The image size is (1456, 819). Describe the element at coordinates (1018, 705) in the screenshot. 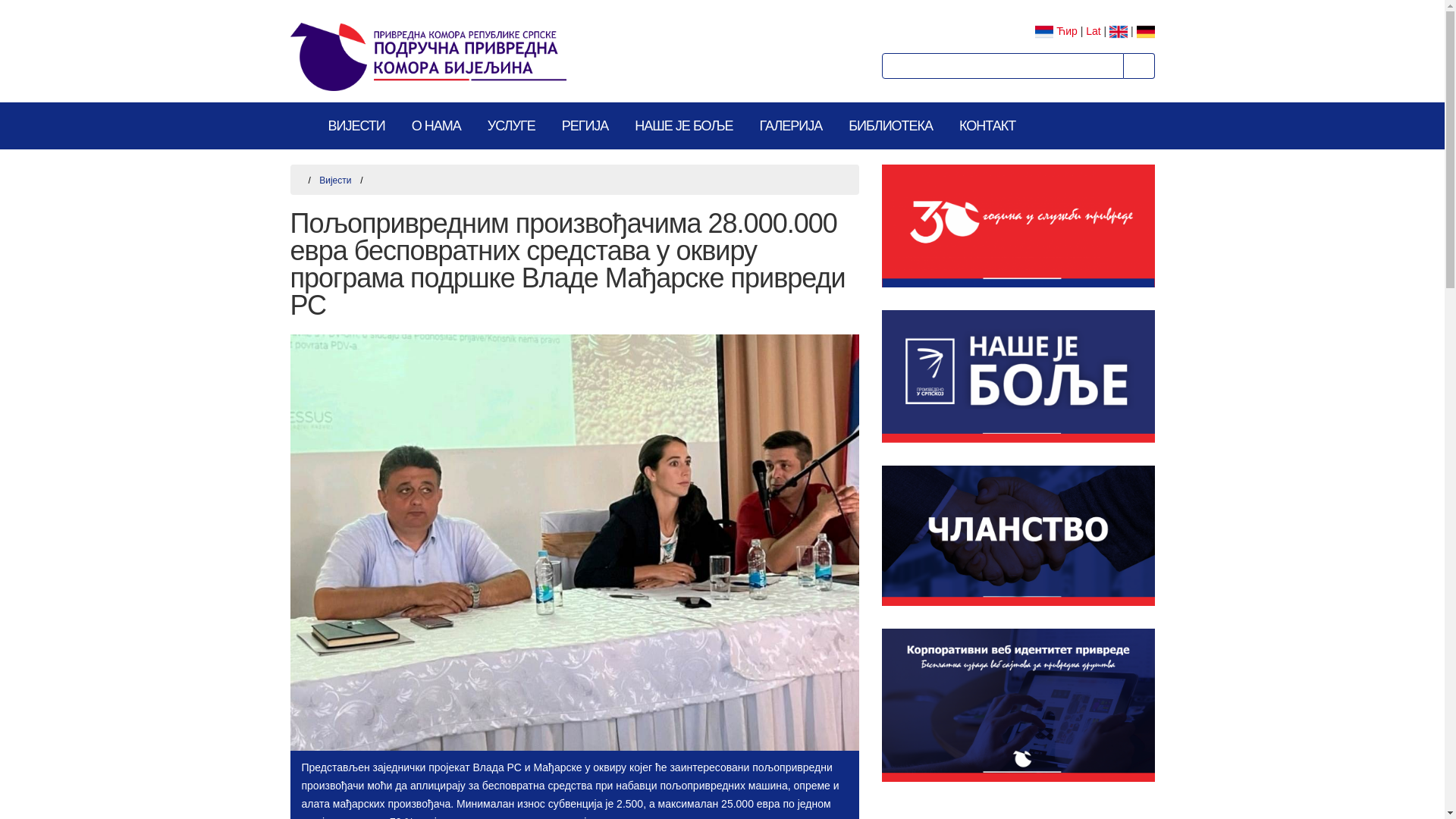

I see `'Korporativni veb identitet privrede '` at that location.